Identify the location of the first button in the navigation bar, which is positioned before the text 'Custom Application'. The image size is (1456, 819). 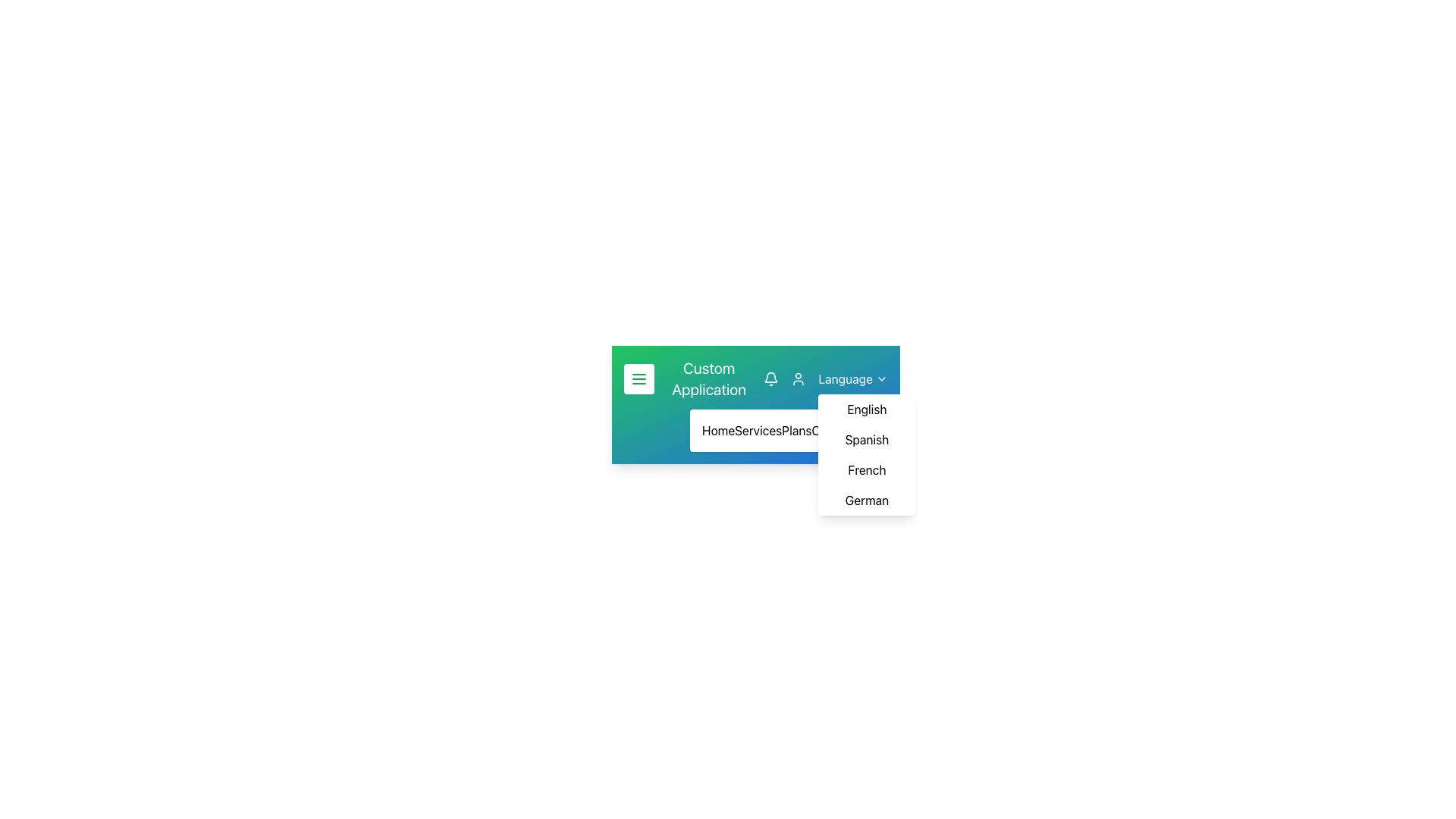
(639, 378).